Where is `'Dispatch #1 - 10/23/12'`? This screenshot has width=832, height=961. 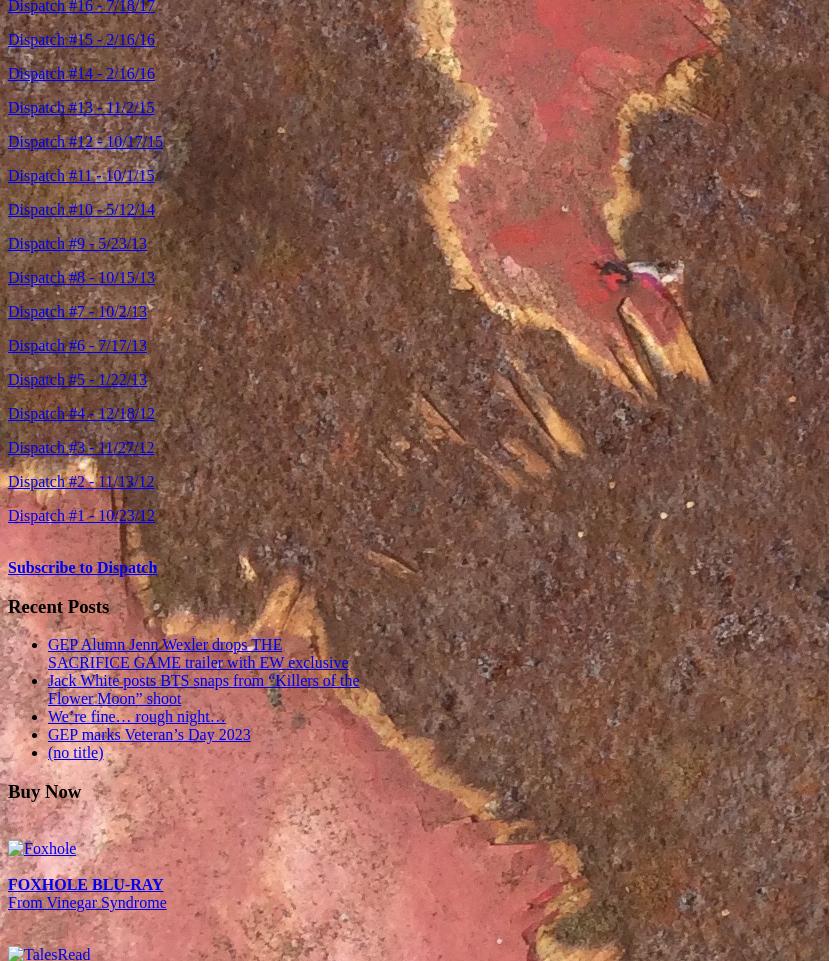 'Dispatch #1 - 10/23/12' is located at coordinates (7, 514).